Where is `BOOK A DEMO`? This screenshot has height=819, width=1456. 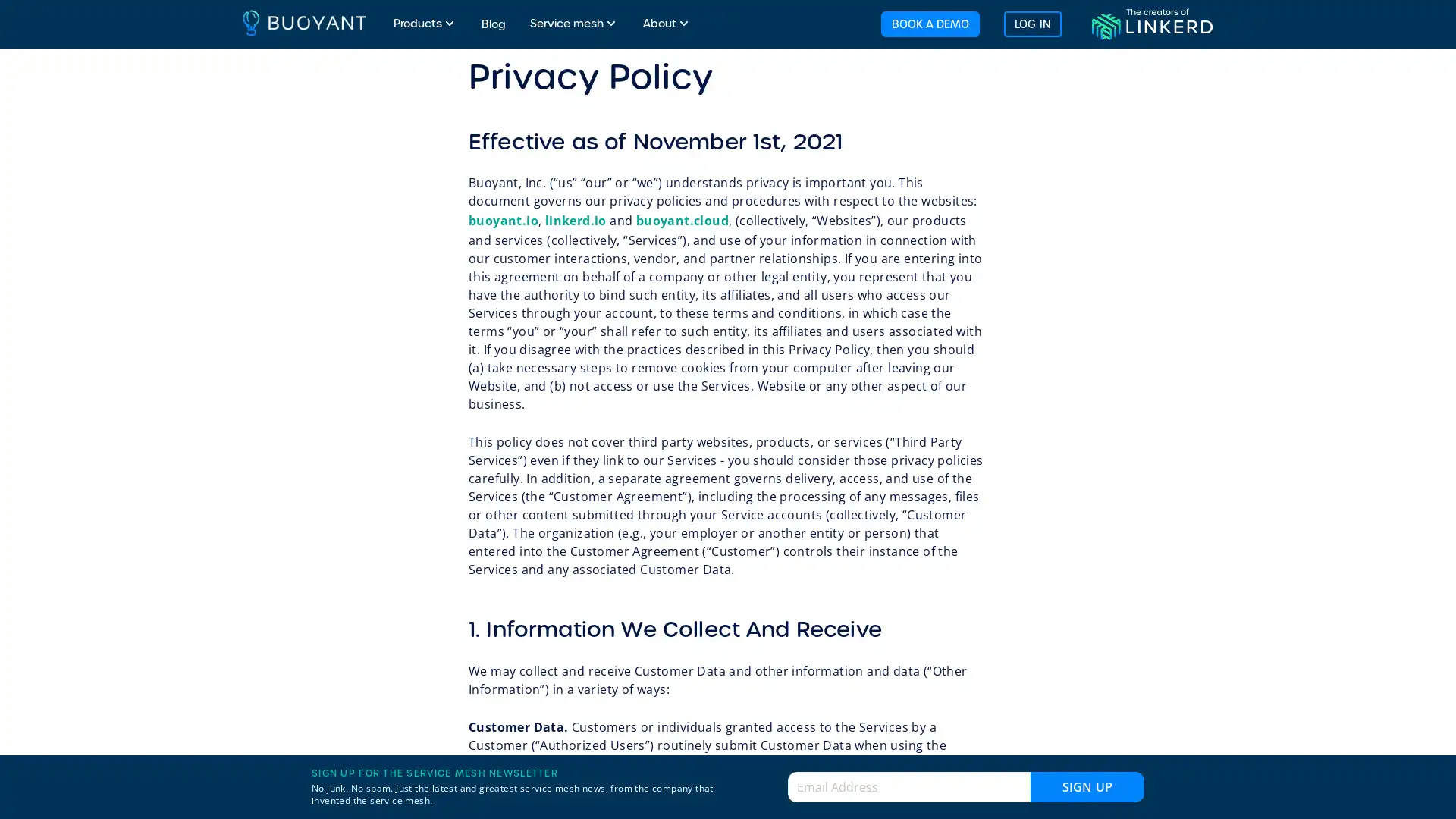 BOOK A DEMO is located at coordinates (928, 23).